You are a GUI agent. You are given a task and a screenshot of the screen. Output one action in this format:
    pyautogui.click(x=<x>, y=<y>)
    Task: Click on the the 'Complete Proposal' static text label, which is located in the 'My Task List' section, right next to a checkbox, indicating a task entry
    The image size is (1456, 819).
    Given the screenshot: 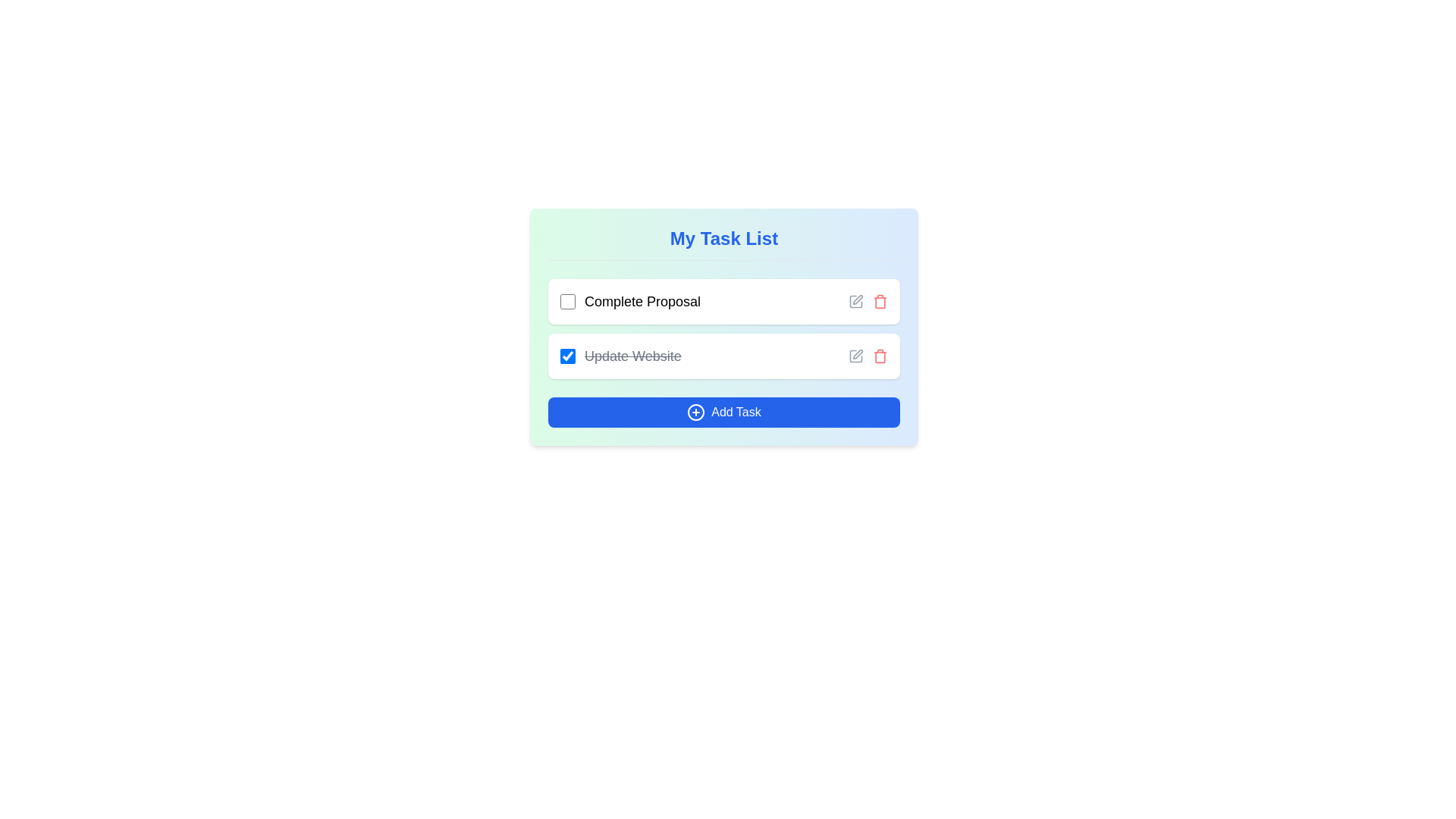 What is the action you would take?
    pyautogui.click(x=642, y=301)
    